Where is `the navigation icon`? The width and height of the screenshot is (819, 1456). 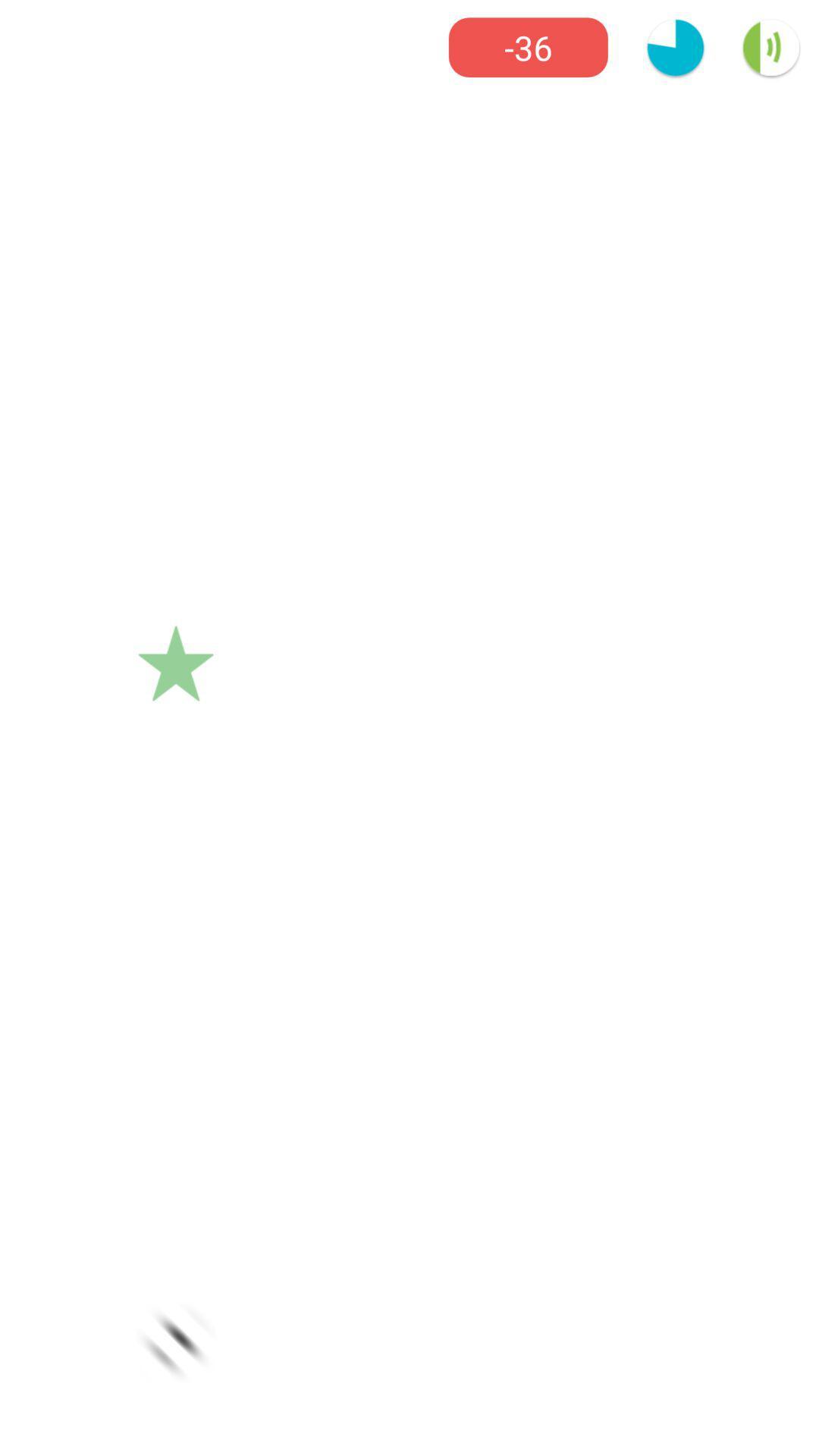
the navigation icon is located at coordinates (175, 1342).